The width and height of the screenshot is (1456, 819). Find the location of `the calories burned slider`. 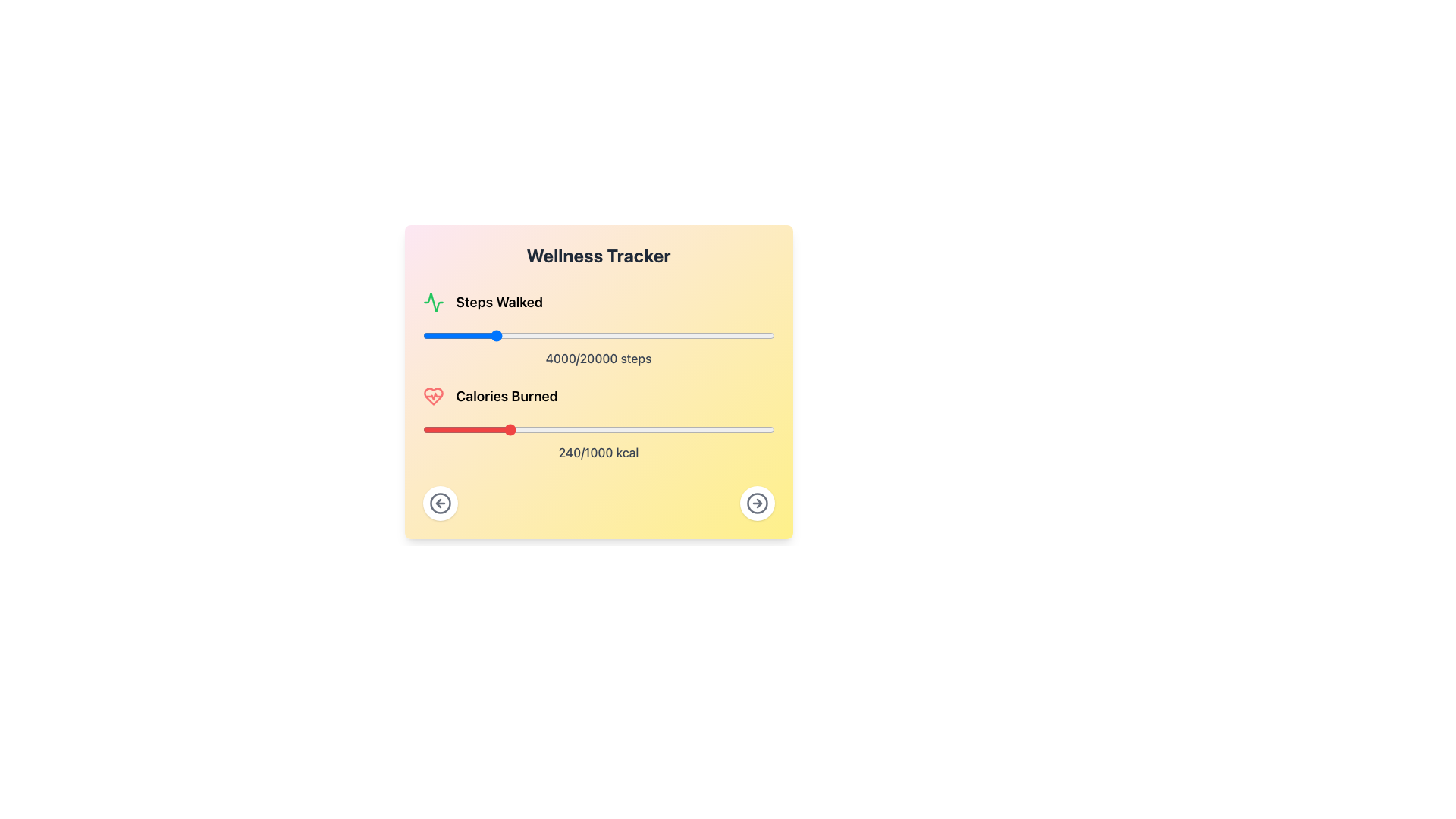

the calories burned slider is located at coordinates (676, 430).